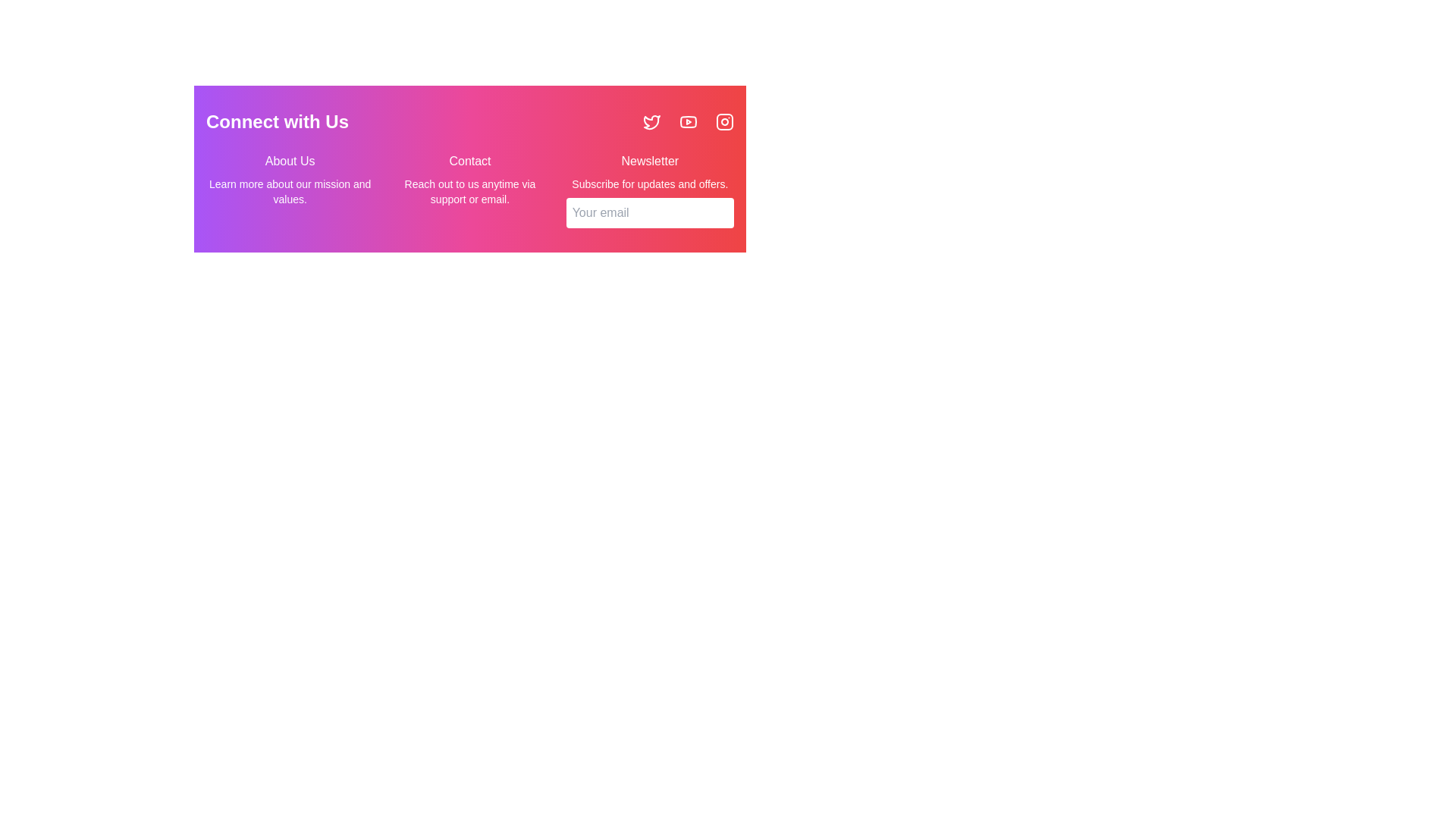  Describe the element at coordinates (469, 161) in the screenshot. I see `the section title indicating contact-related information, located above the explanatory text 'Reach out to us anytime via support or email.'` at that location.